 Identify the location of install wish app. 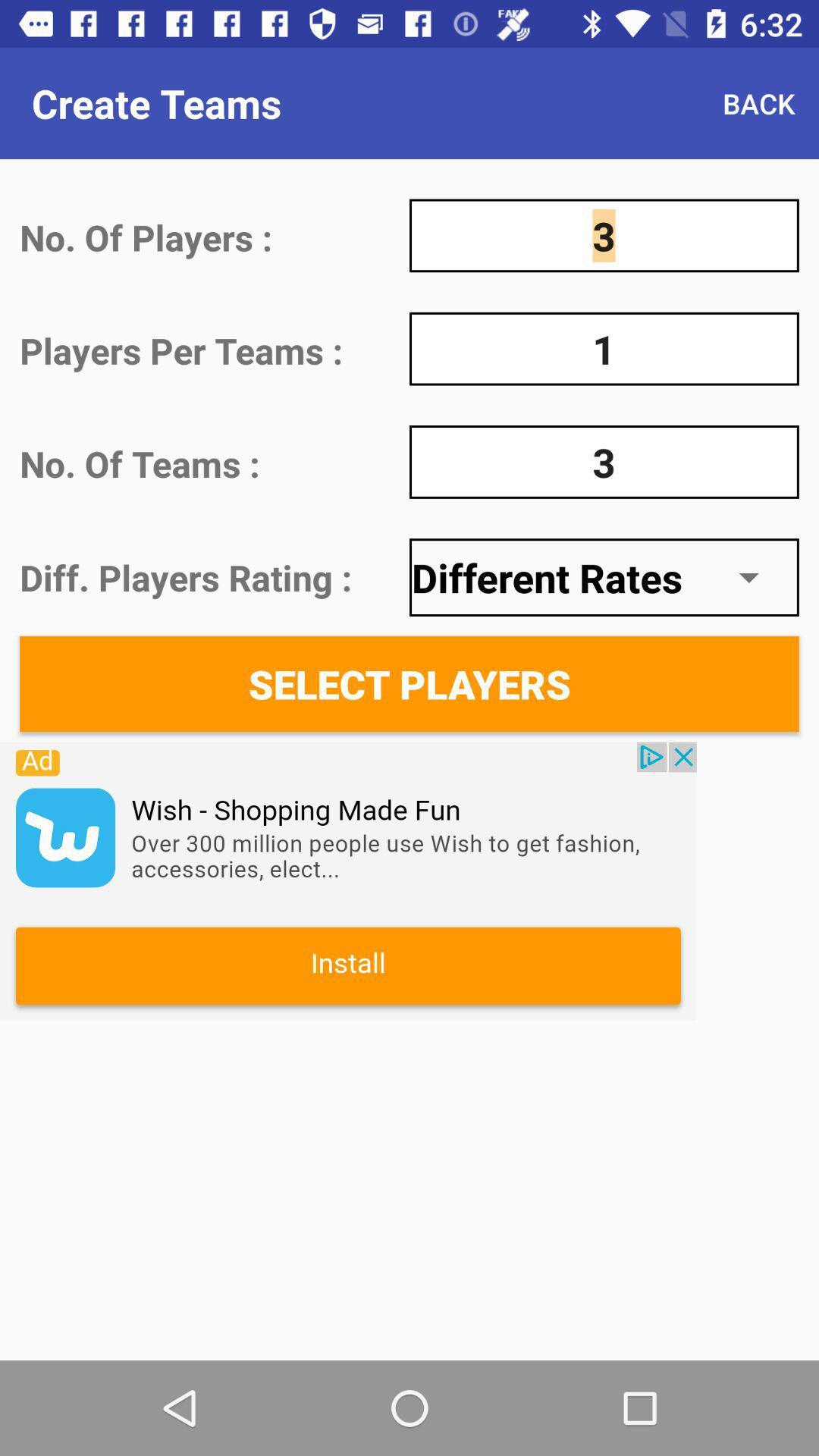
(348, 881).